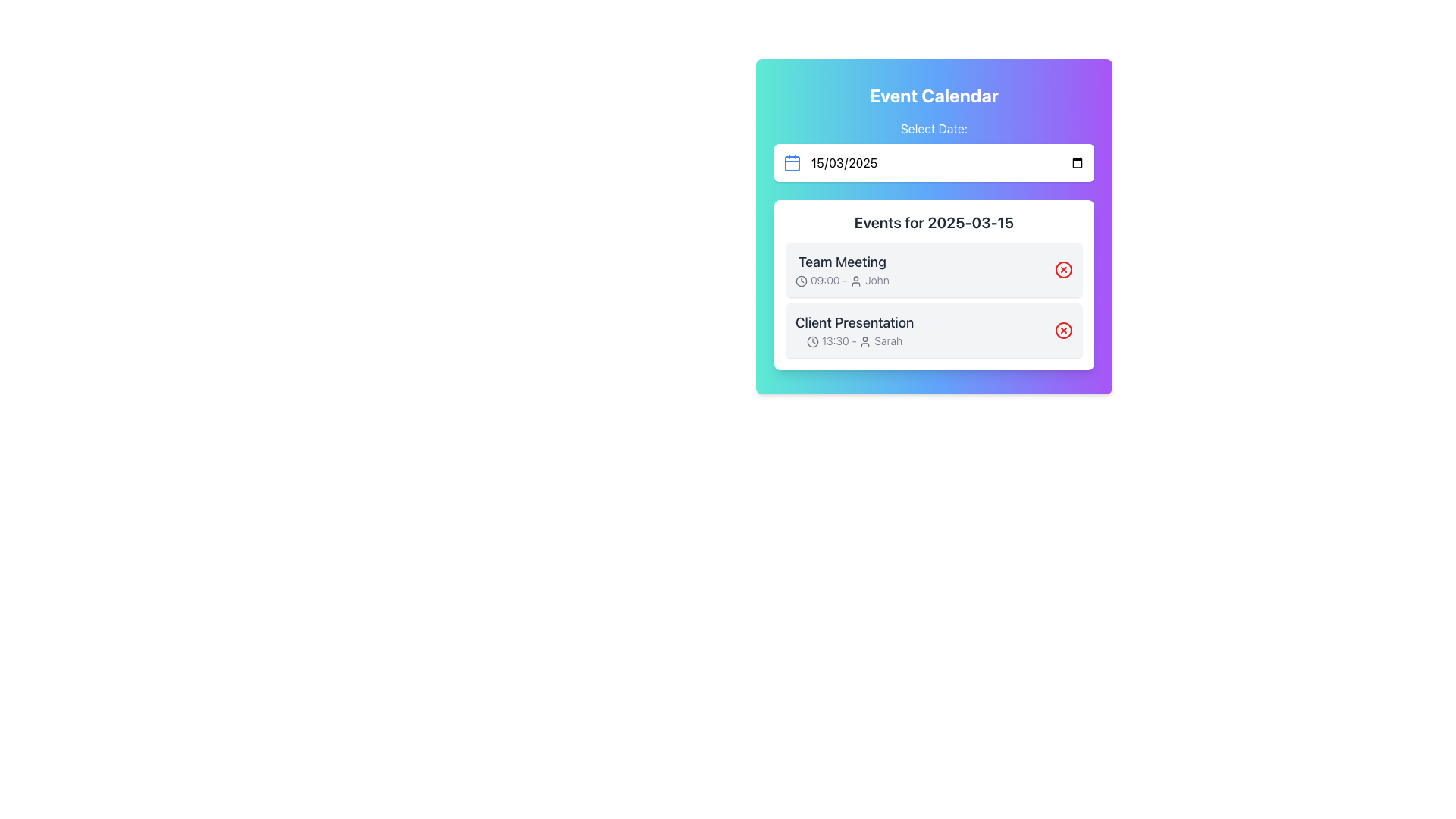  I want to click on the outer circle of the clock icon within the 'Team Meeting' event entry, which visually represents the clock's boundary, so click(800, 281).